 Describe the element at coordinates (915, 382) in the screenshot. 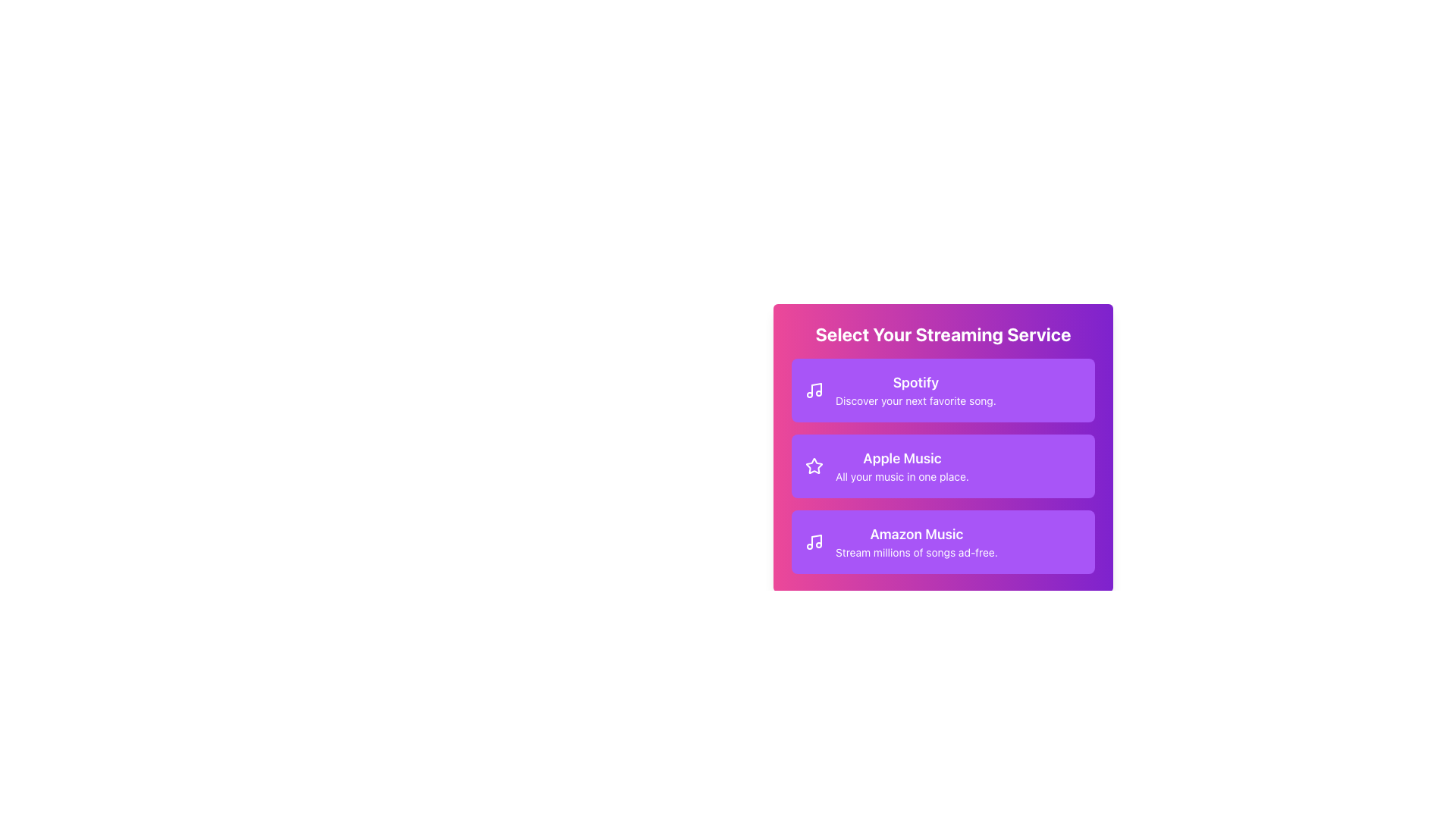

I see `the text label displaying 'Spotify' in bold, large white font against a purple background, located at the top of the music streaming options` at that location.